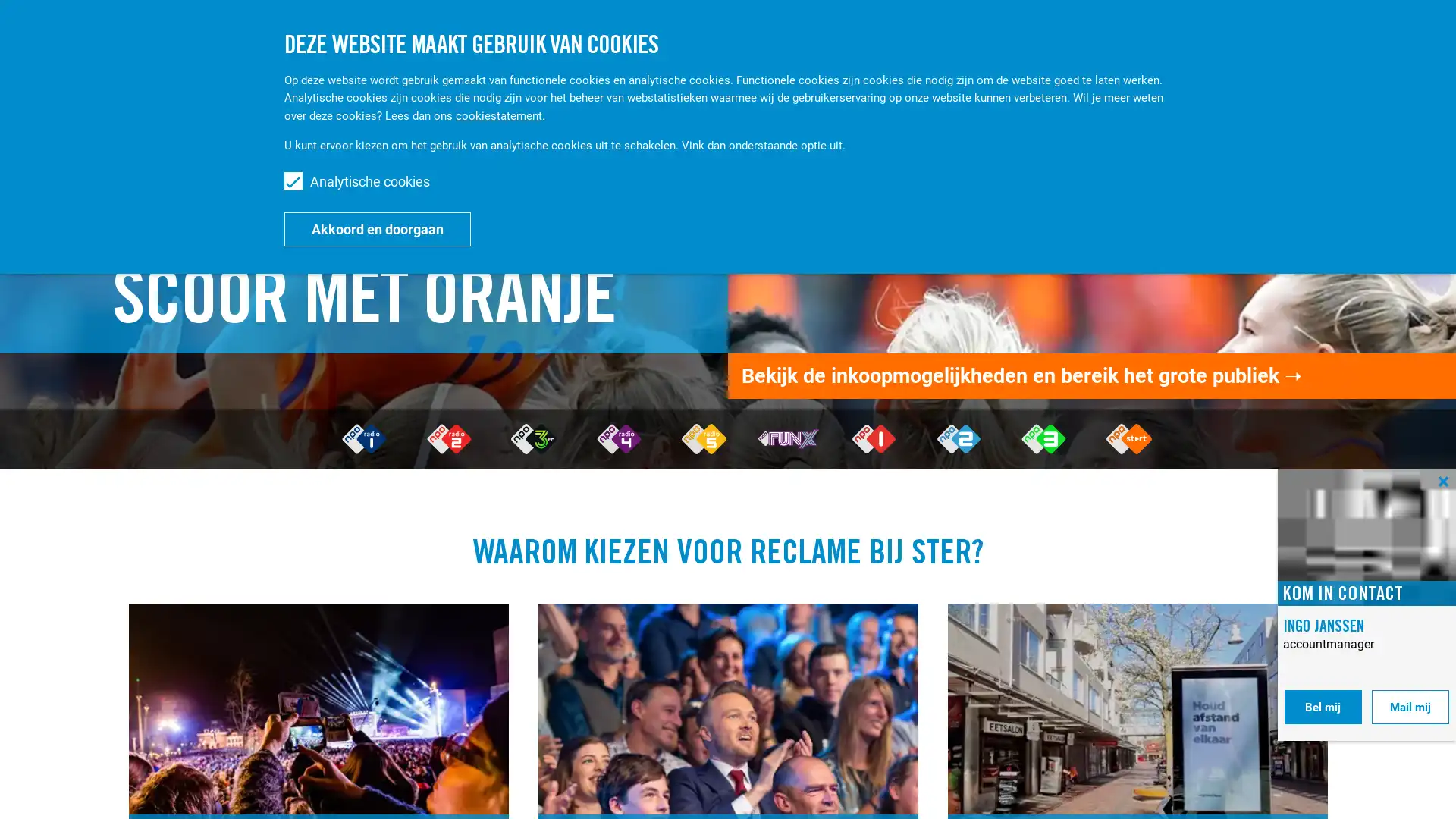 This screenshot has height=819, width=1456. I want to click on Mail mij, so click(1410, 707).